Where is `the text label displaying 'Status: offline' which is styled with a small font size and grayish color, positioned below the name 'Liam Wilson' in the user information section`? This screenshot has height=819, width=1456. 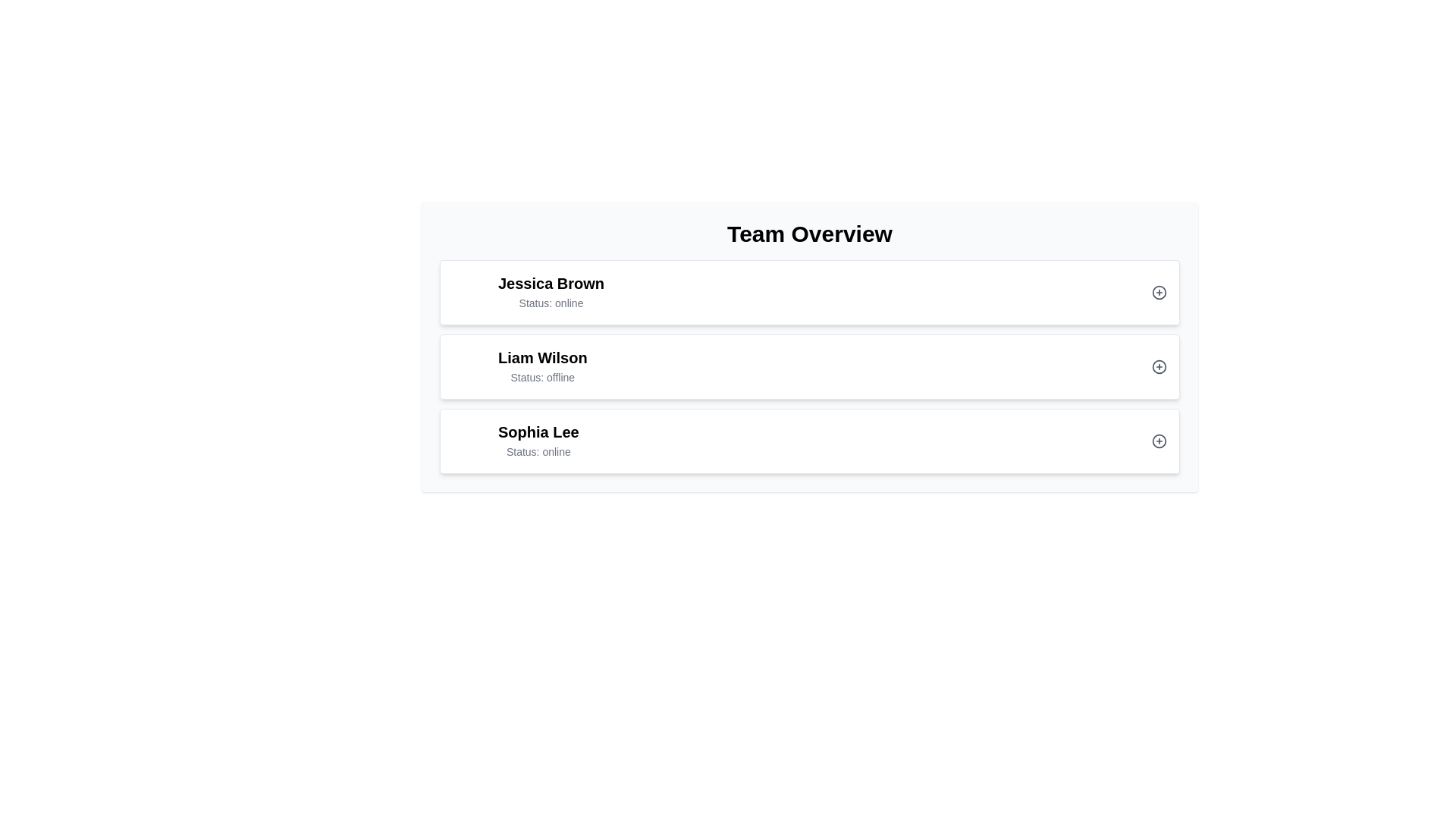
the text label displaying 'Status: offline' which is styled with a small font size and grayish color, positioned below the name 'Liam Wilson' in the user information section is located at coordinates (542, 376).